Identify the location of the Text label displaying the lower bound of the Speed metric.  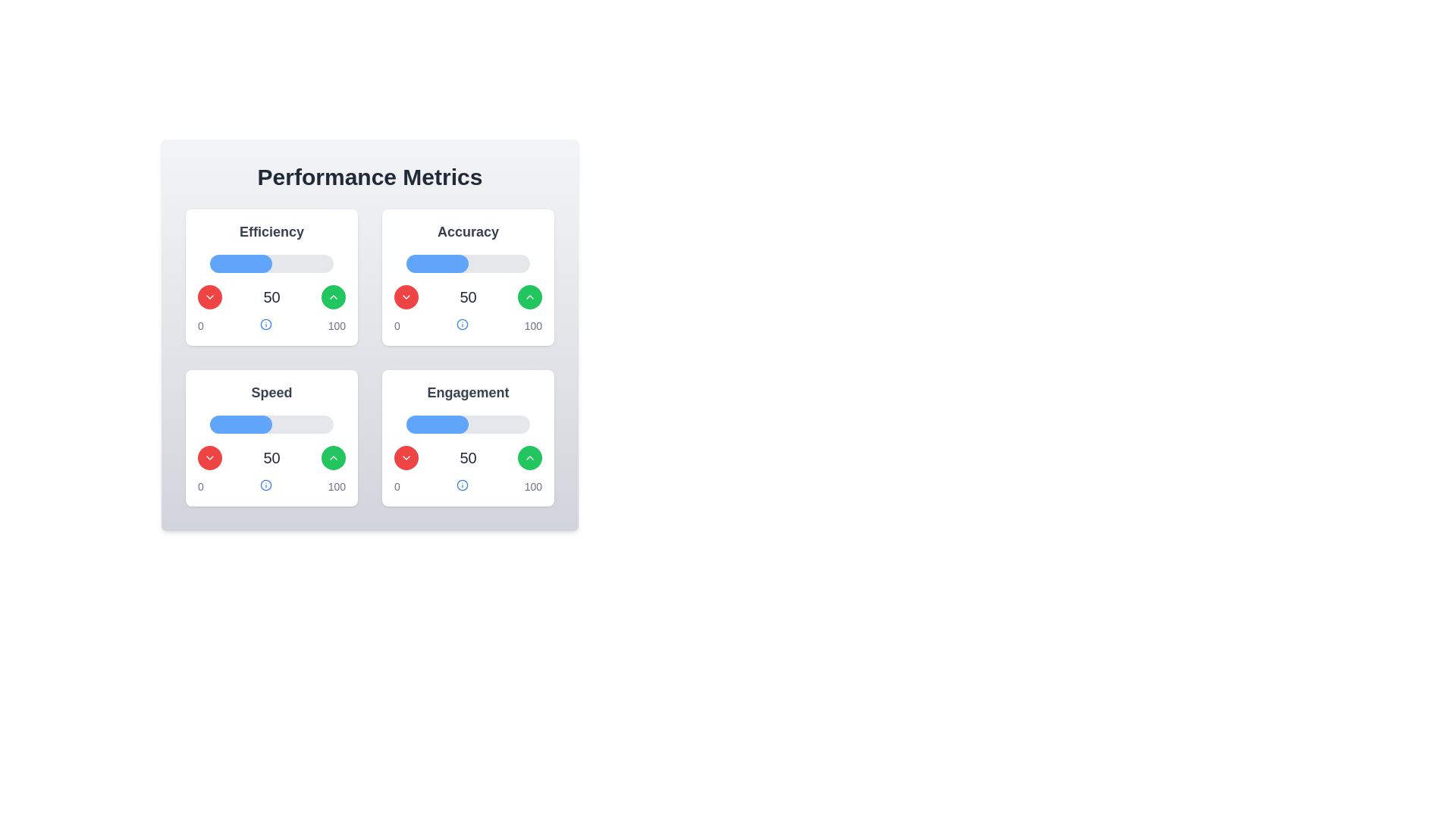
(199, 486).